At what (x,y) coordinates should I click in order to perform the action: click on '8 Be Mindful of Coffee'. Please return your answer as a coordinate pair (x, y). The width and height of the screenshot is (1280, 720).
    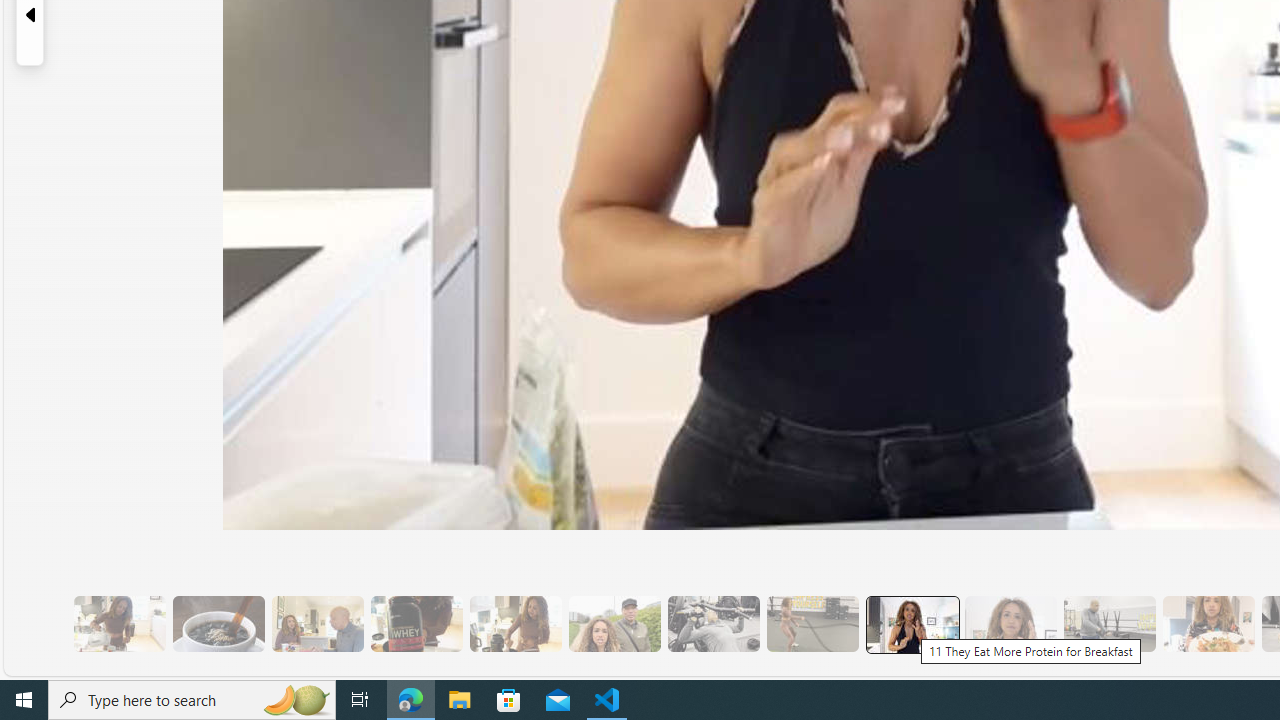
    Looking at the image, I should click on (218, 623).